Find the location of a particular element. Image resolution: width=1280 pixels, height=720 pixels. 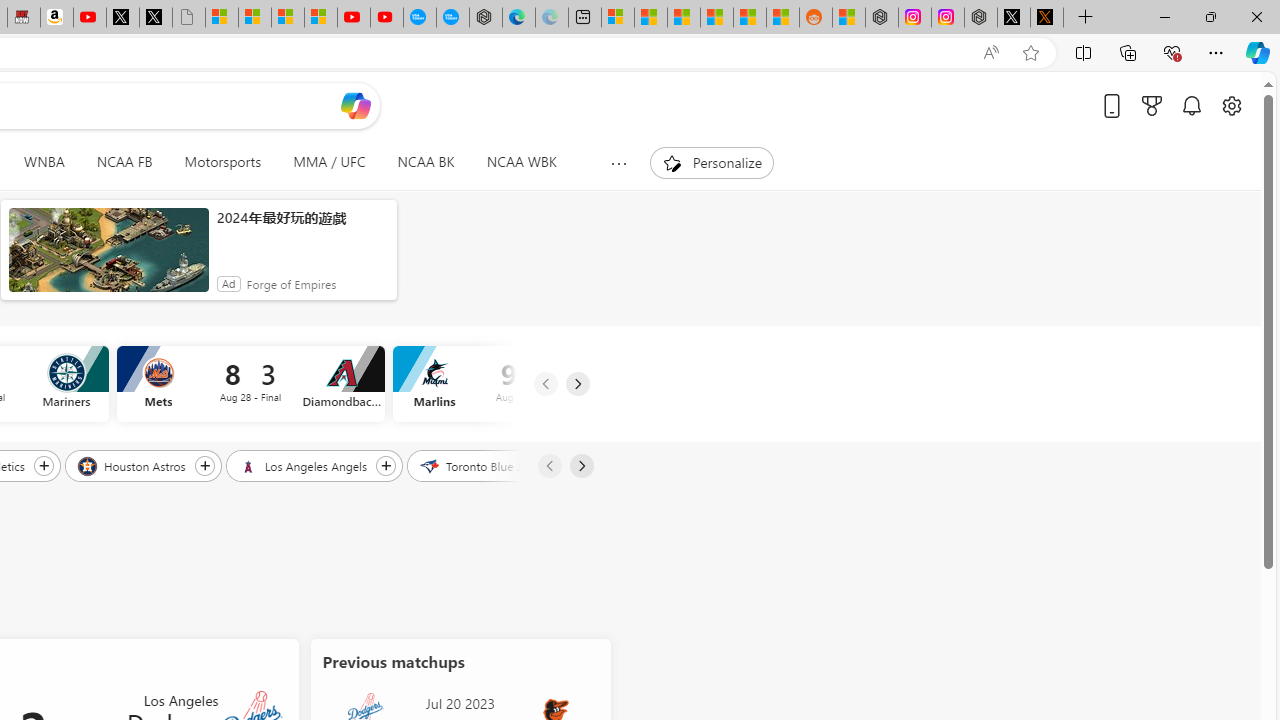

'Show more topics' is located at coordinates (617, 162).